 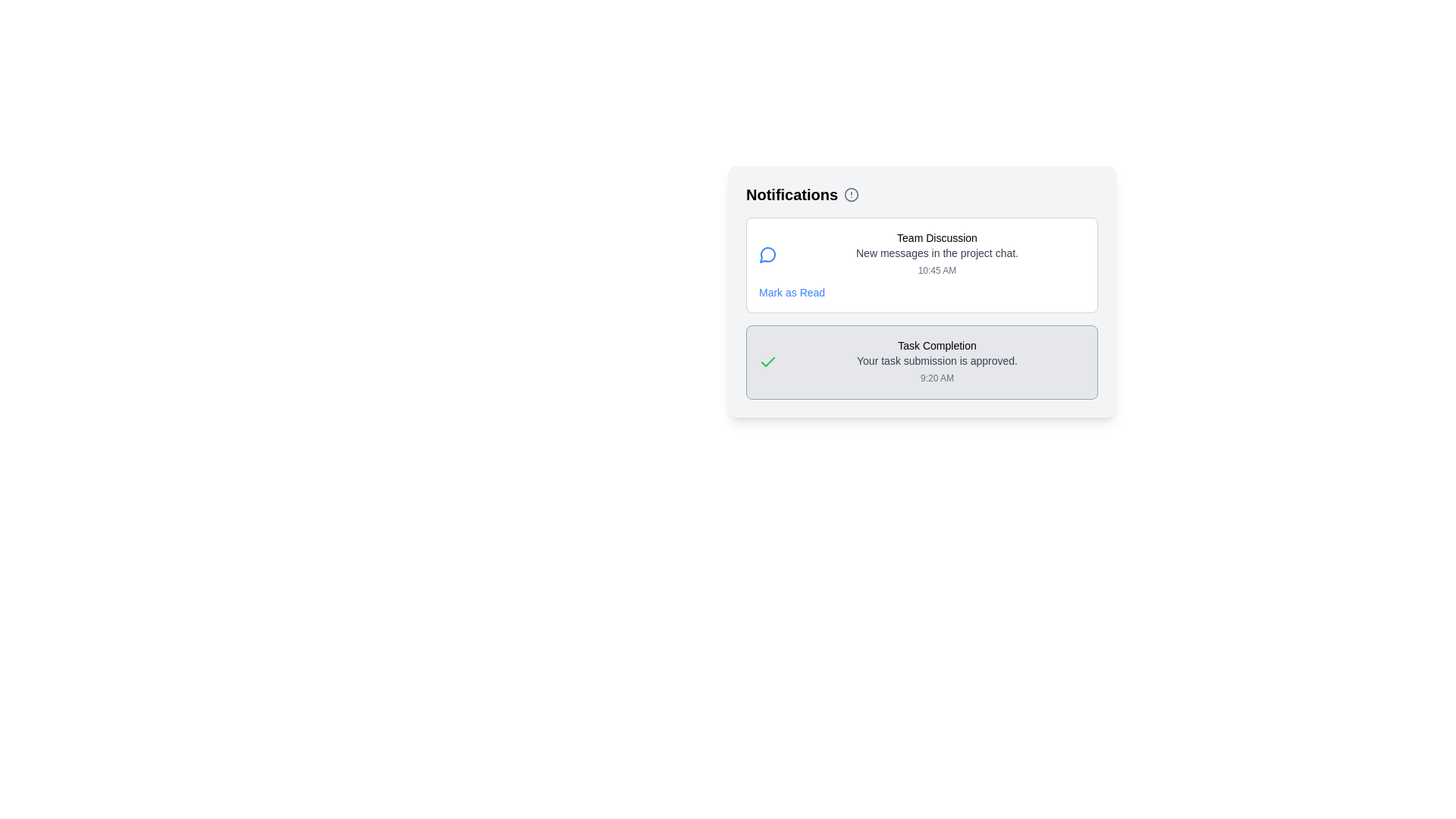 What do you see at coordinates (937, 253) in the screenshot?
I see `the first notification in the notification area` at bounding box center [937, 253].